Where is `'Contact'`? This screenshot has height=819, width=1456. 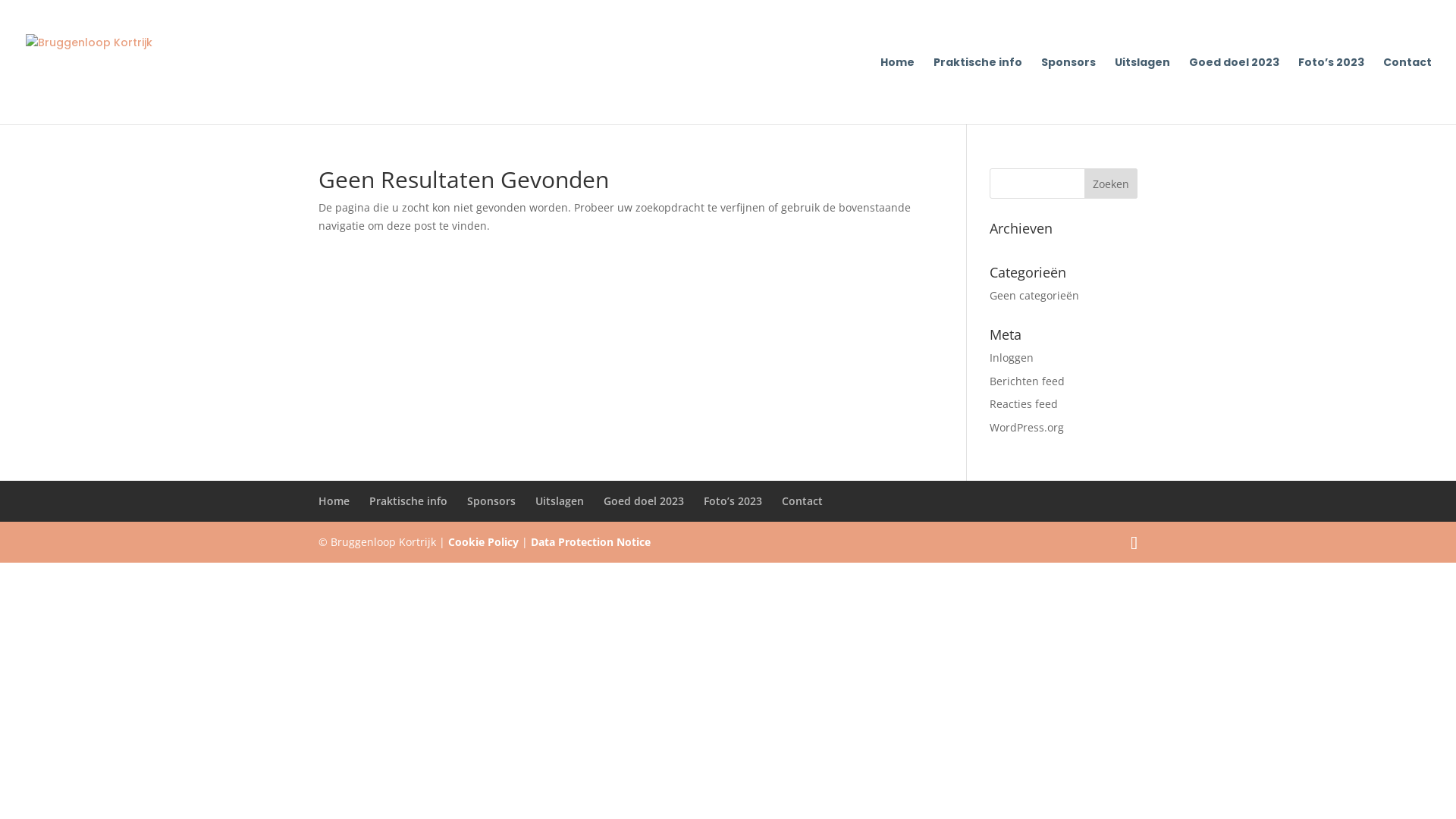 'Contact' is located at coordinates (1407, 90).